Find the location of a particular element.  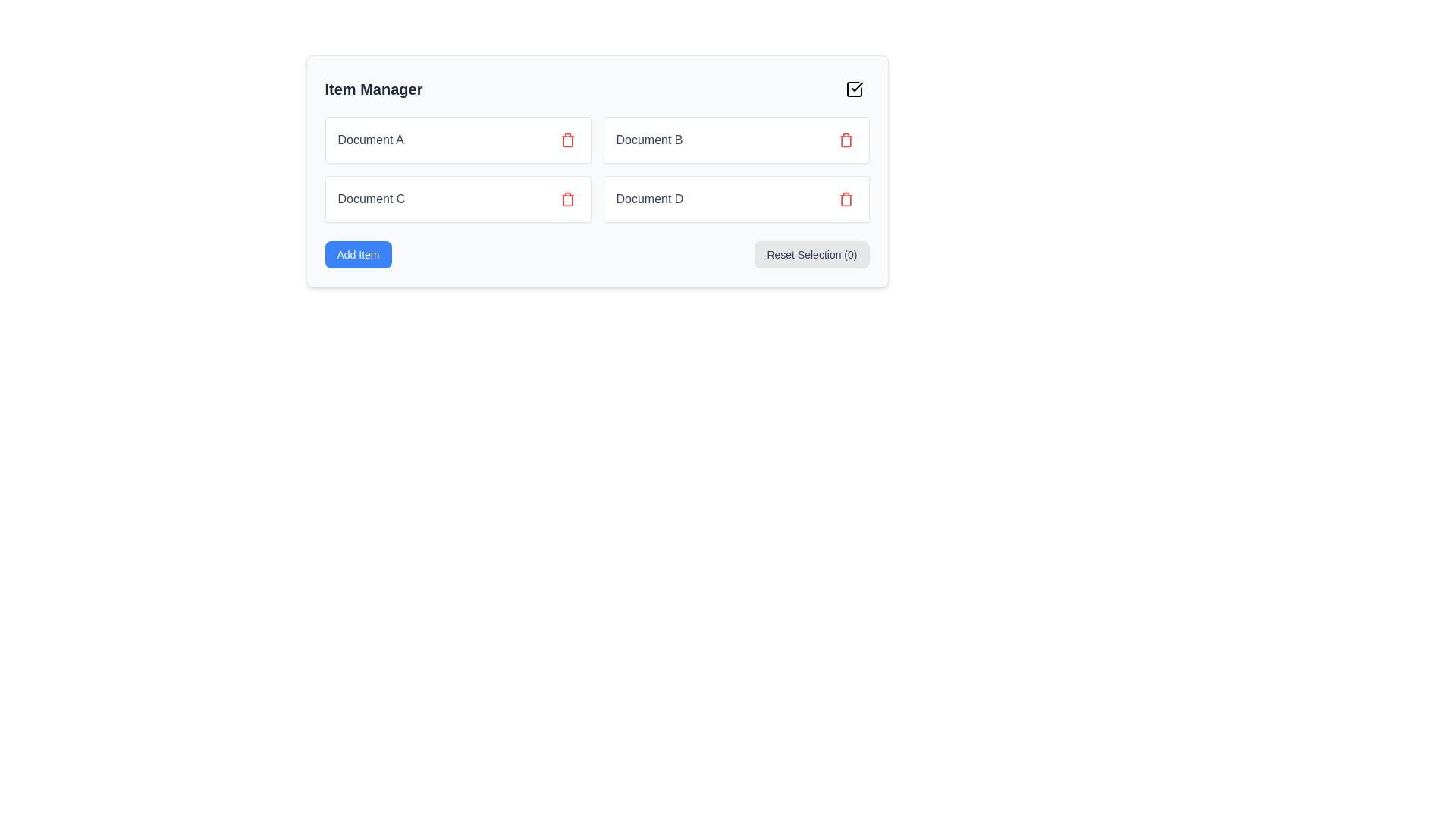

the reset button located to the right of the 'Add Item' button and perform a keyboard action is located at coordinates (811, 253).